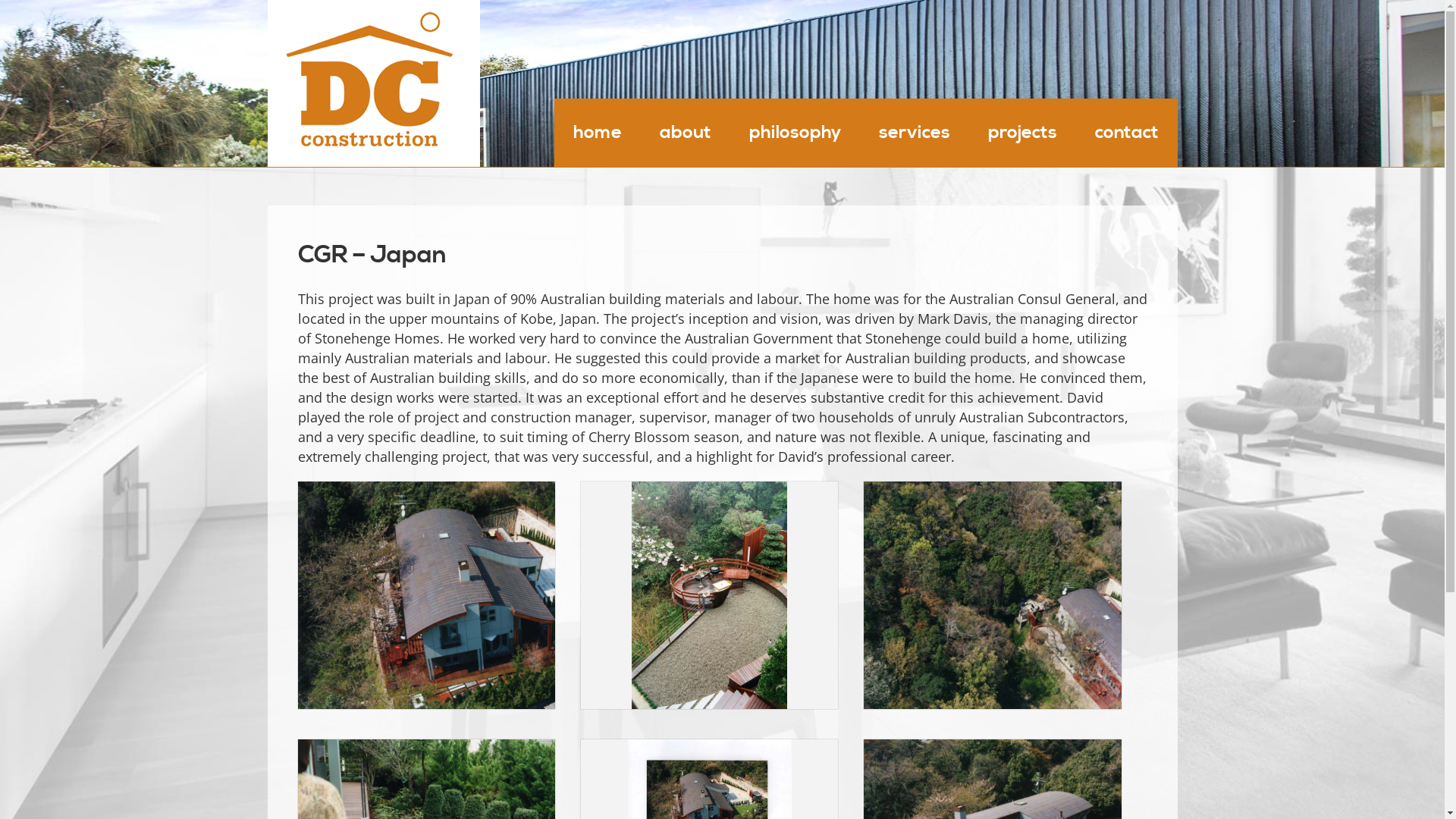 The width and height of the screenshot is (1456, 819). Describe the element at coordinates (596, 131) in the screenshot. I see `'home'` at that location.